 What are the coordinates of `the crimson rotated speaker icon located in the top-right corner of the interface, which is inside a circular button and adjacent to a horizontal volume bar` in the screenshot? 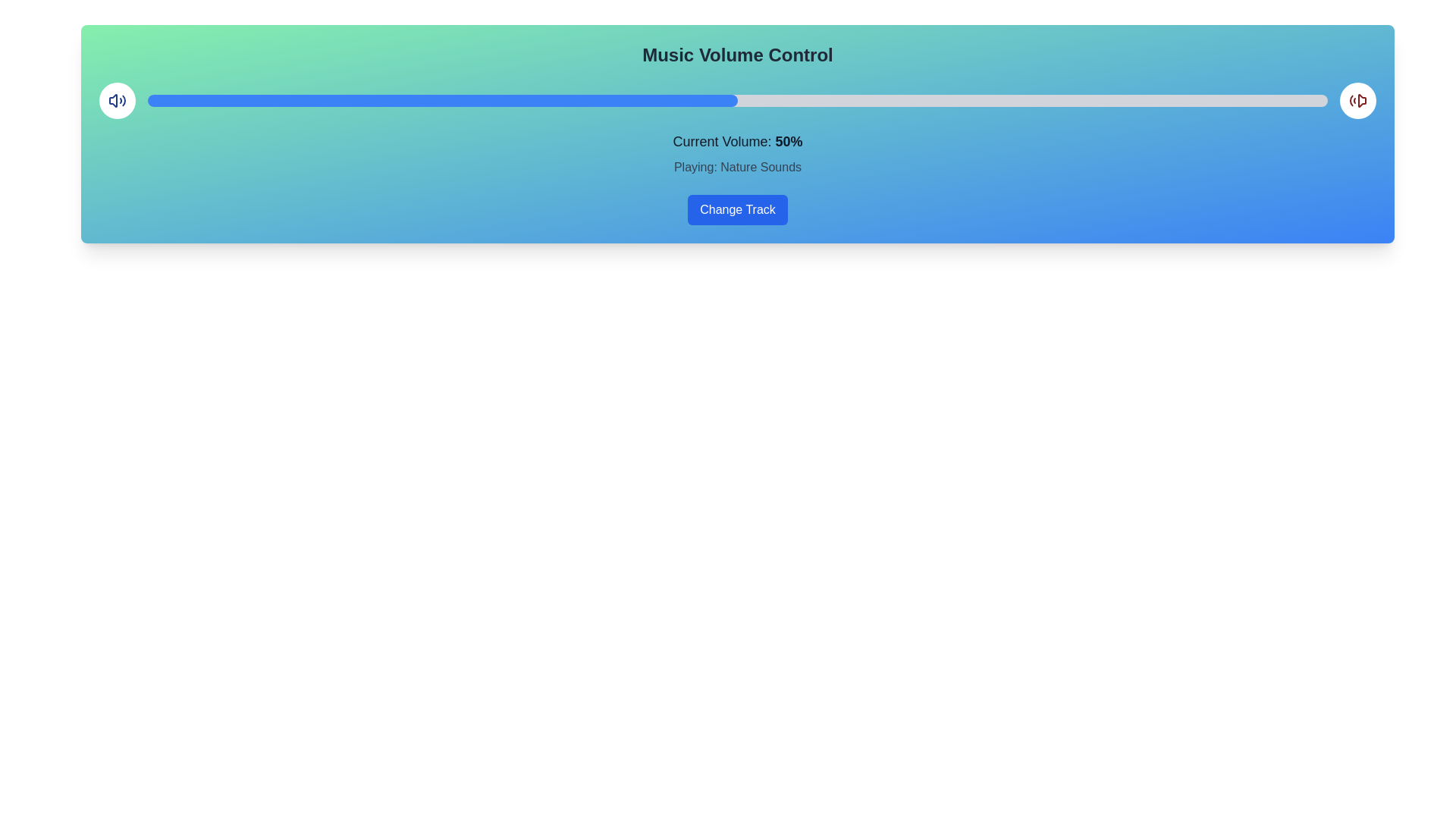 It's located at (1357, 100).